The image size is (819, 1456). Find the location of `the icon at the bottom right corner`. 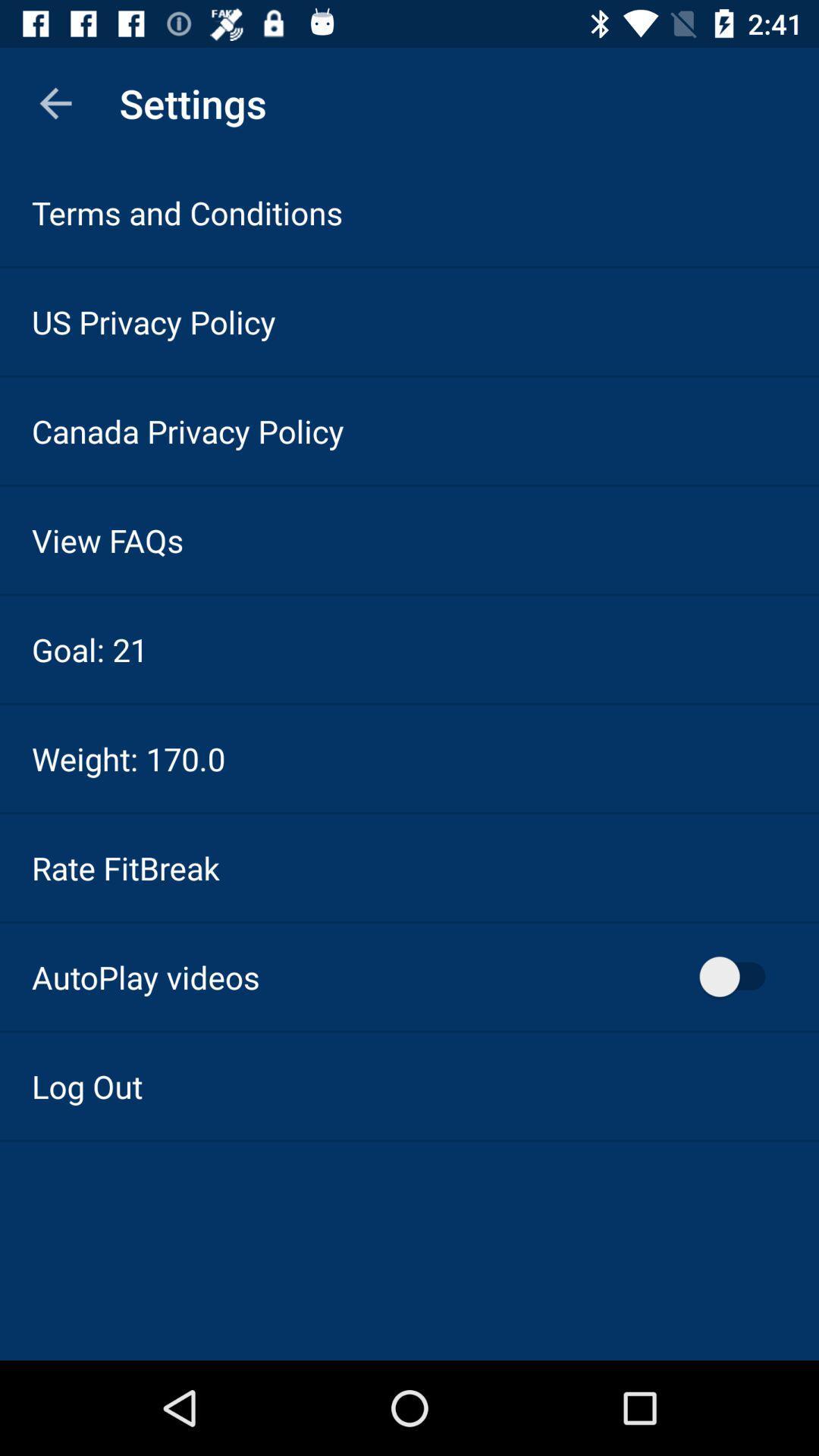

the icon at the bottom right corner is located at coordinates (739, 977).